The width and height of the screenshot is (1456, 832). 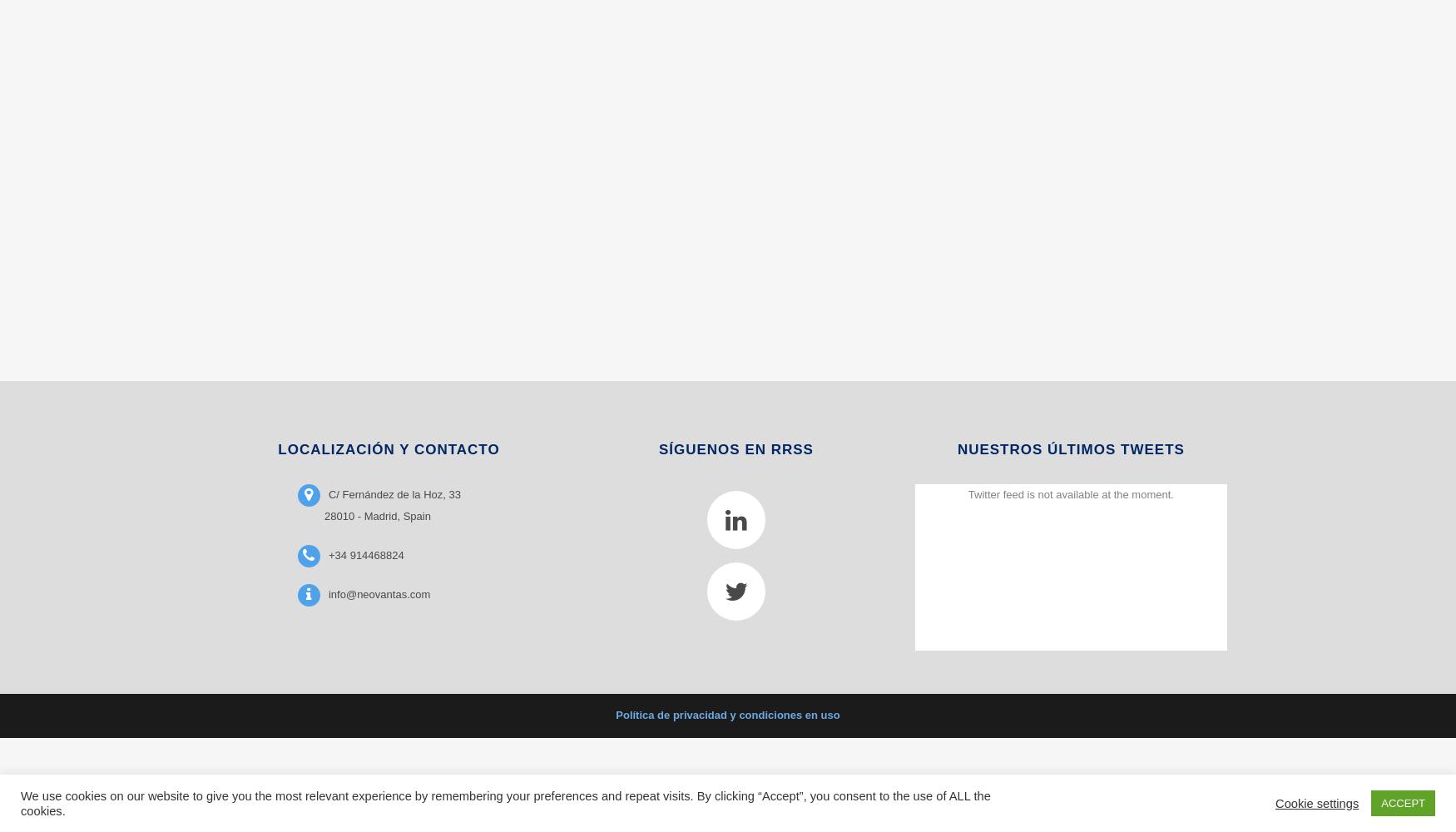 What do you see at coordinates (1069, 448) in the screenshot?
I see `'NUESTROS ÚLTIMOS TWEETS'` at bounding box center [1069, 448].